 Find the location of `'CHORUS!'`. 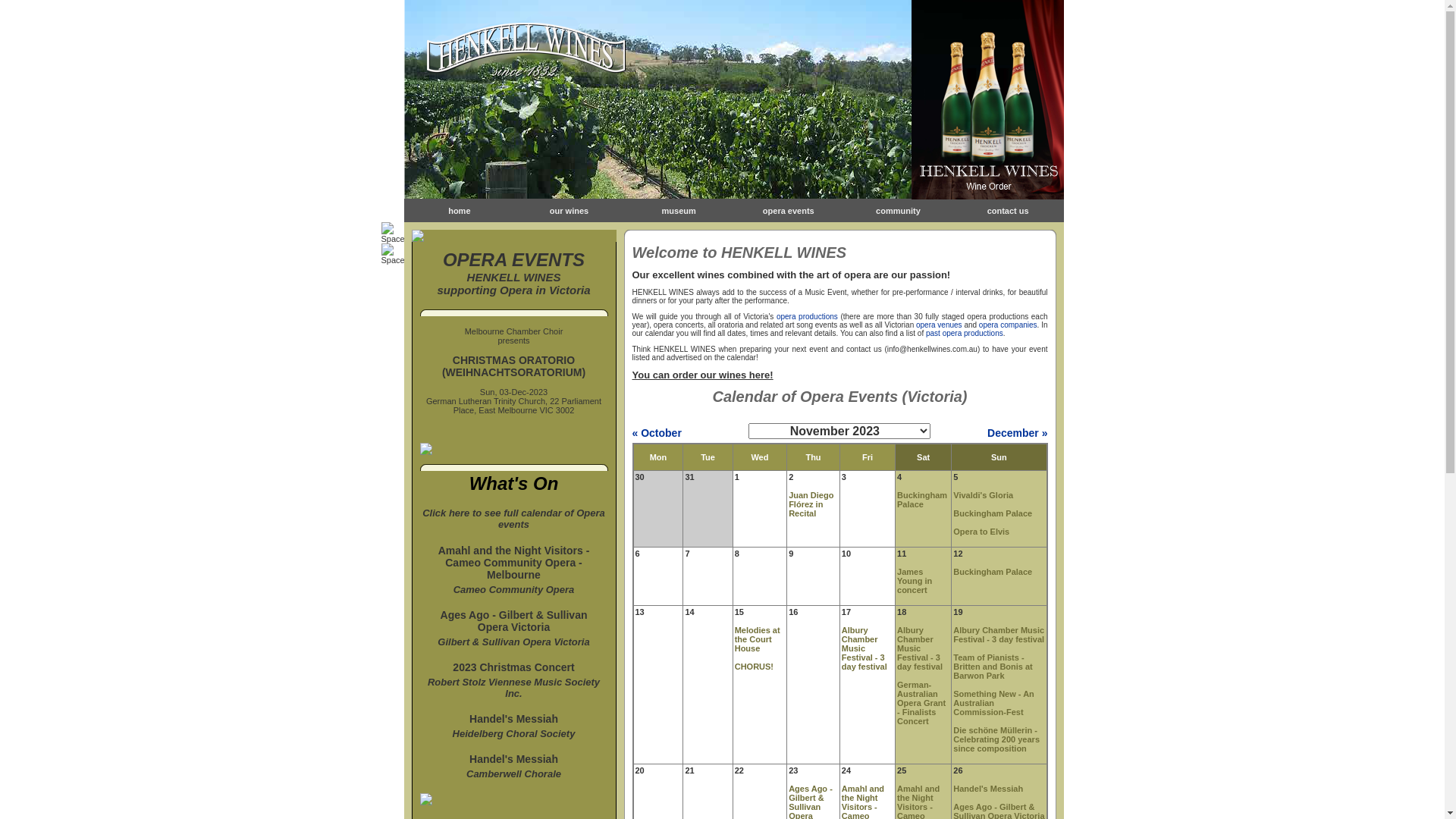

'CHORUS!' is located at coordinates (754, 666).